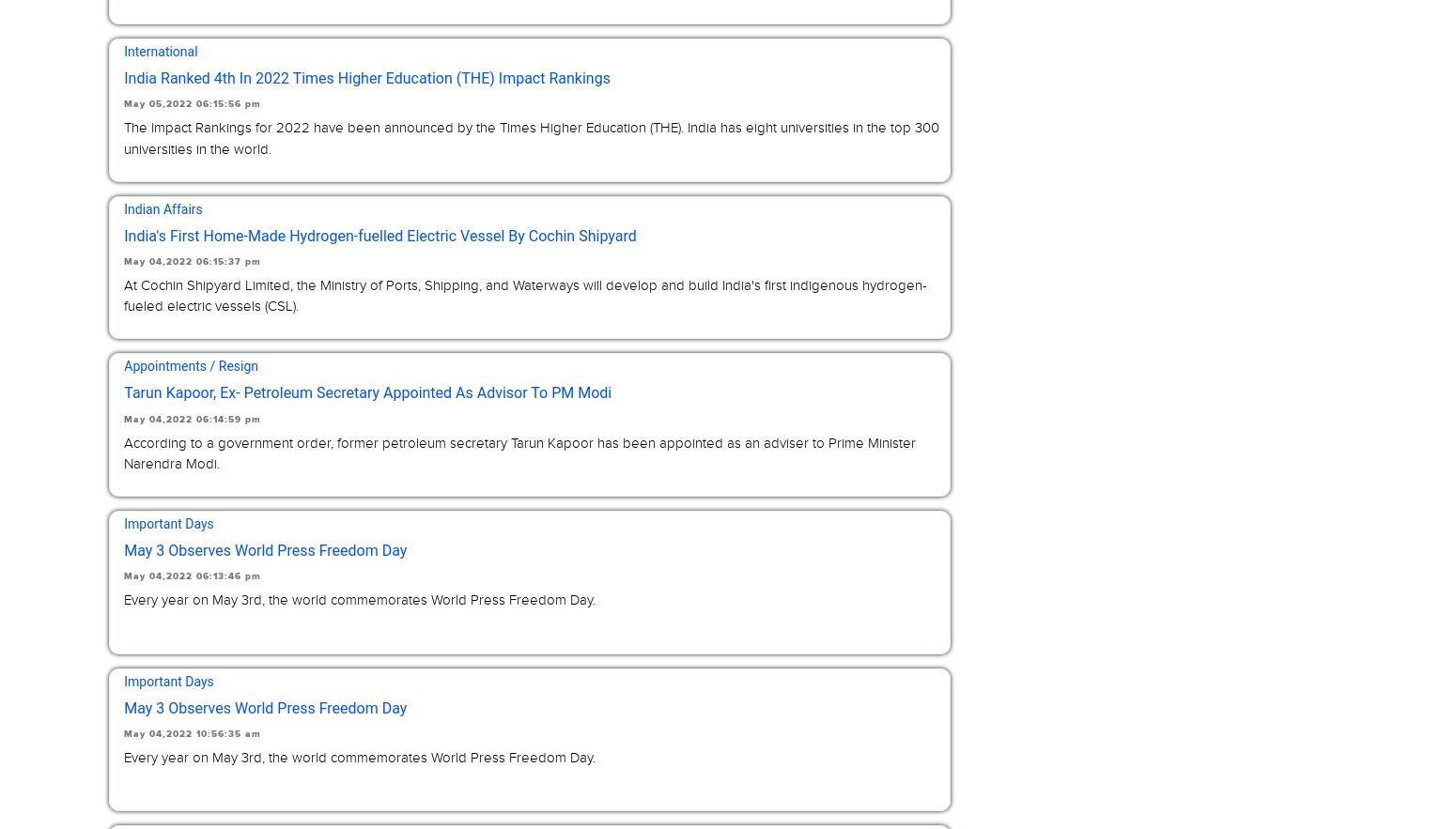  I want to click on 'May 04,2022 06:14:59 pm', so click(192, 418).